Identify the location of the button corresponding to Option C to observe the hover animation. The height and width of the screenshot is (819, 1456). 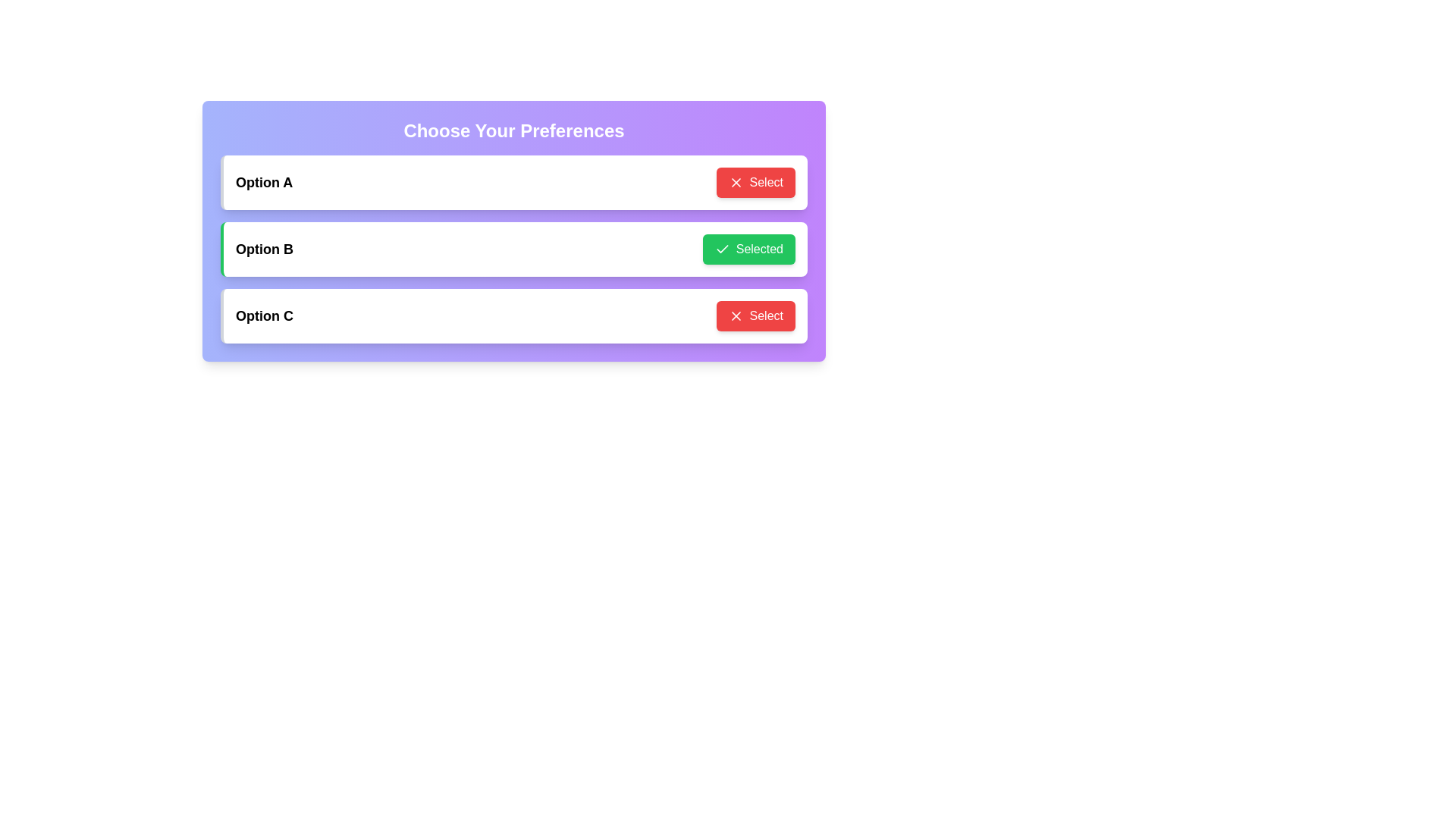
(755, 315).